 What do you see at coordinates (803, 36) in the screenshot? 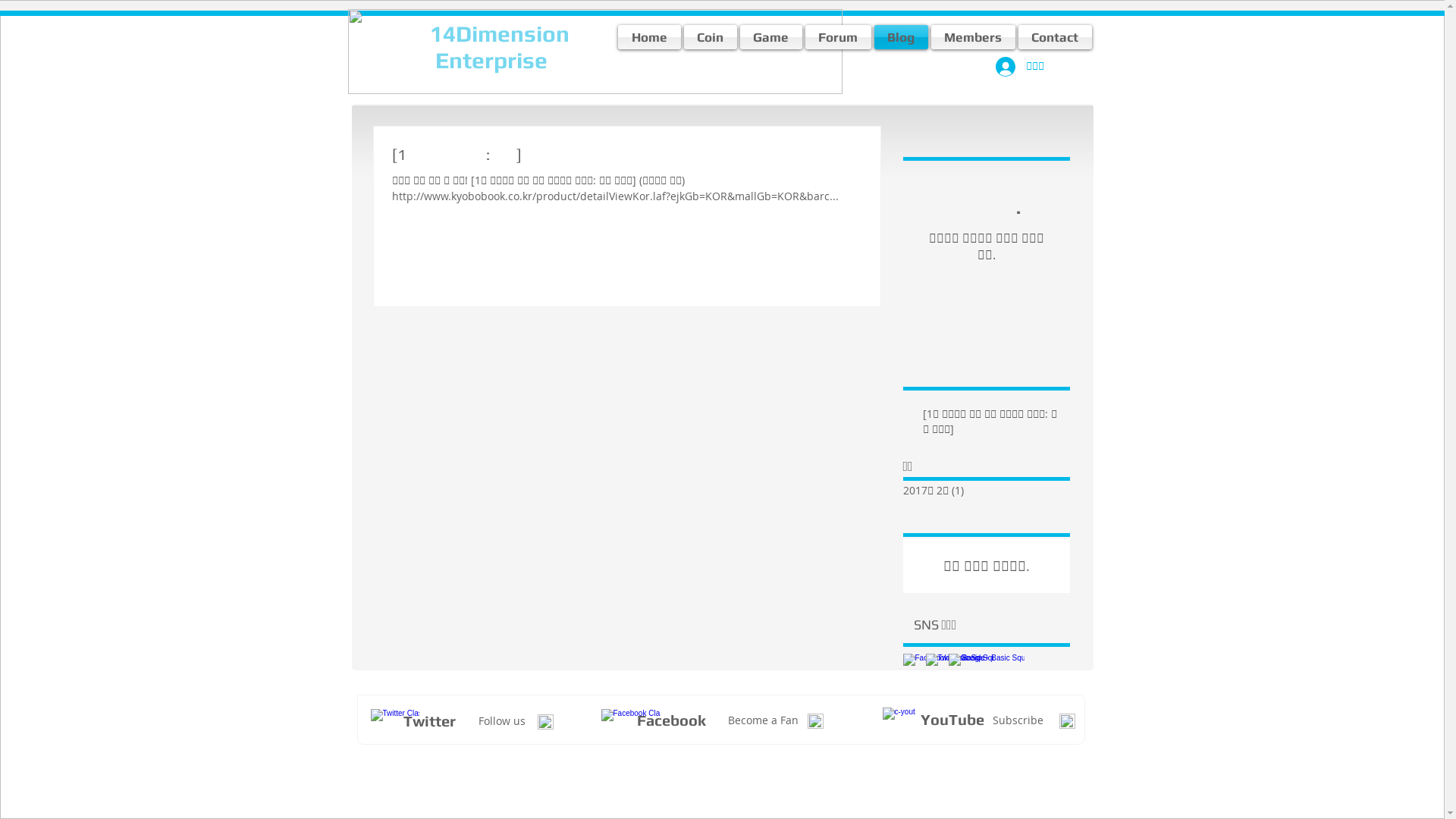
I see `'Forum'` at bounding box center [803, 36].